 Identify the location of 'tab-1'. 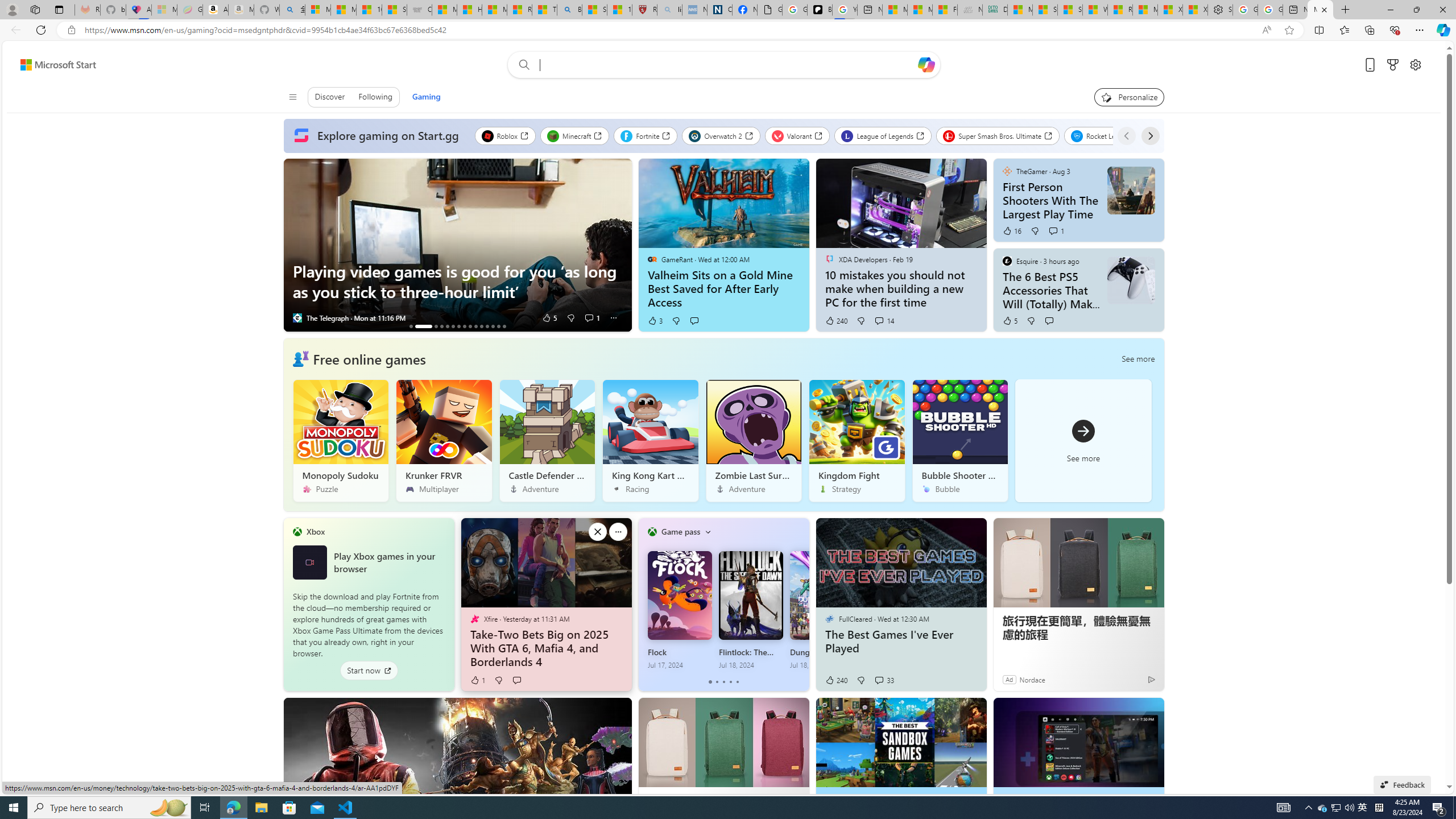
(716, 681).